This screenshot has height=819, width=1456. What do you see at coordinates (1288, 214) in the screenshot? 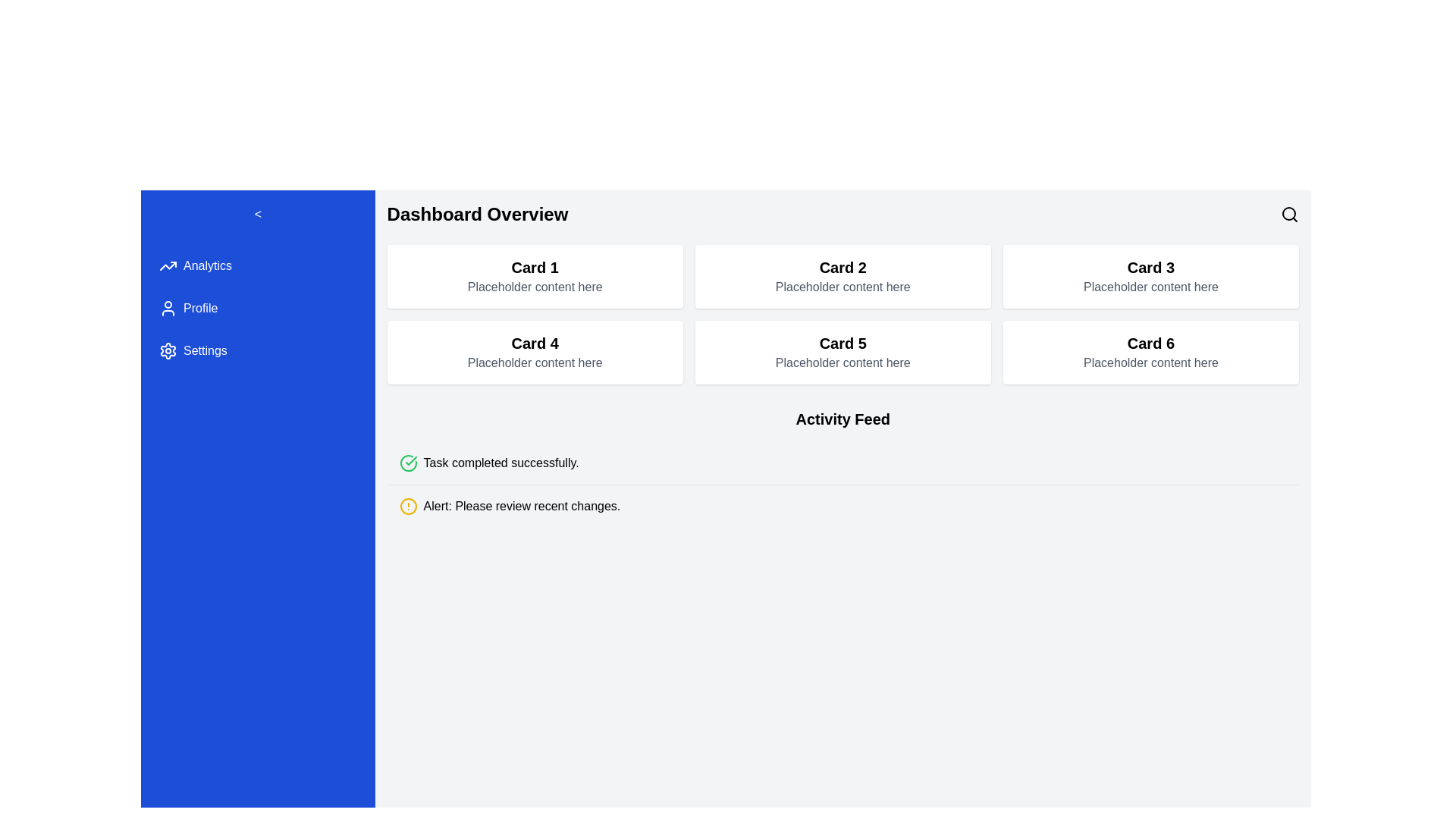
I see `the search icon button` at bounding box center [1288, 214].